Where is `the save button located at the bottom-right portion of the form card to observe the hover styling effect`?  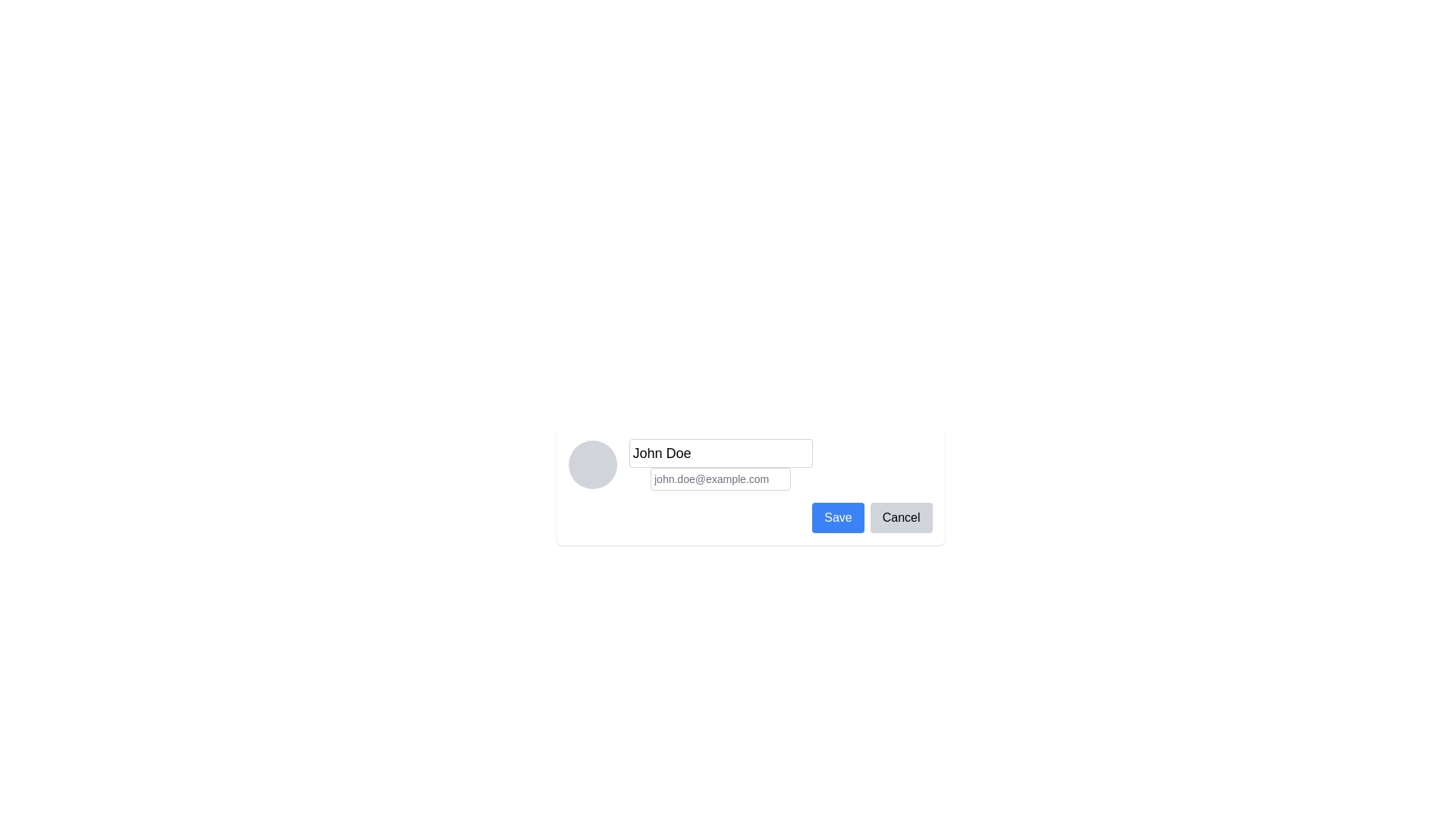
the save button located at the bottom-right portion of the form card to observe the hover styling effect is located at coordinates (837, 516).